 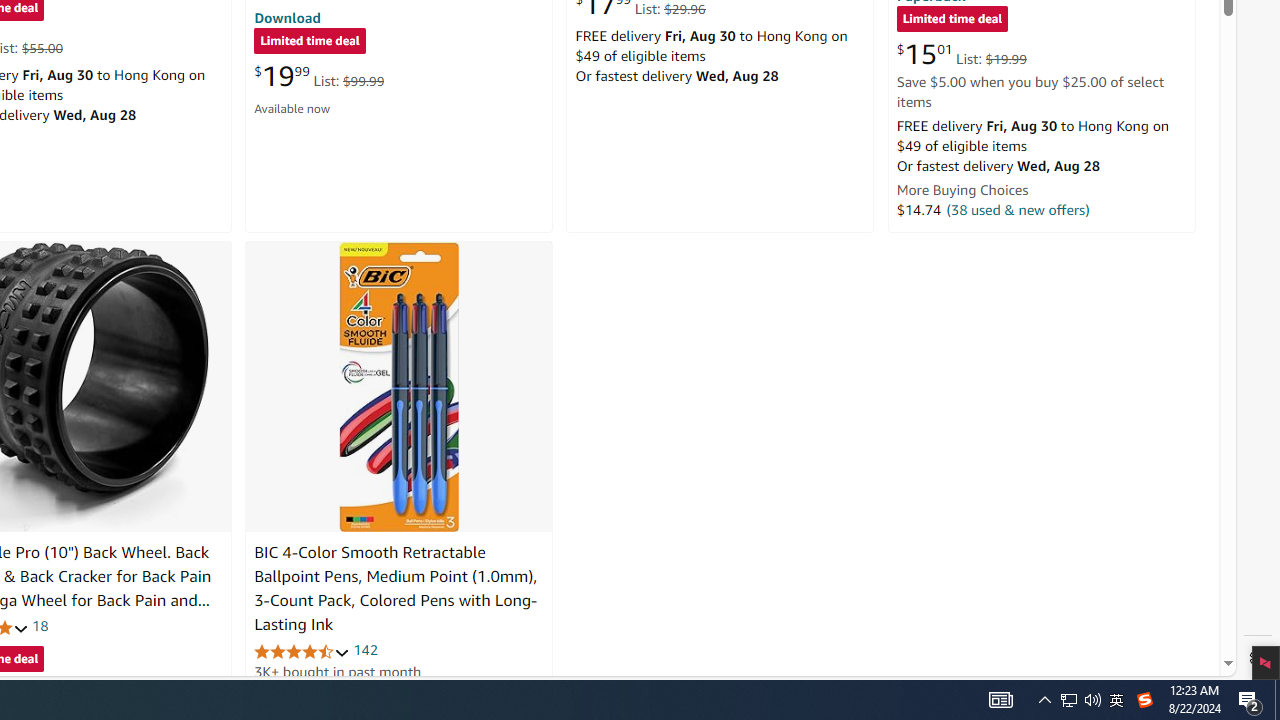 What do you see at coordinates (301, 651) in the screenshot?
I see `'4.6 out of 5 stars'` at bounding box center [301, 651].